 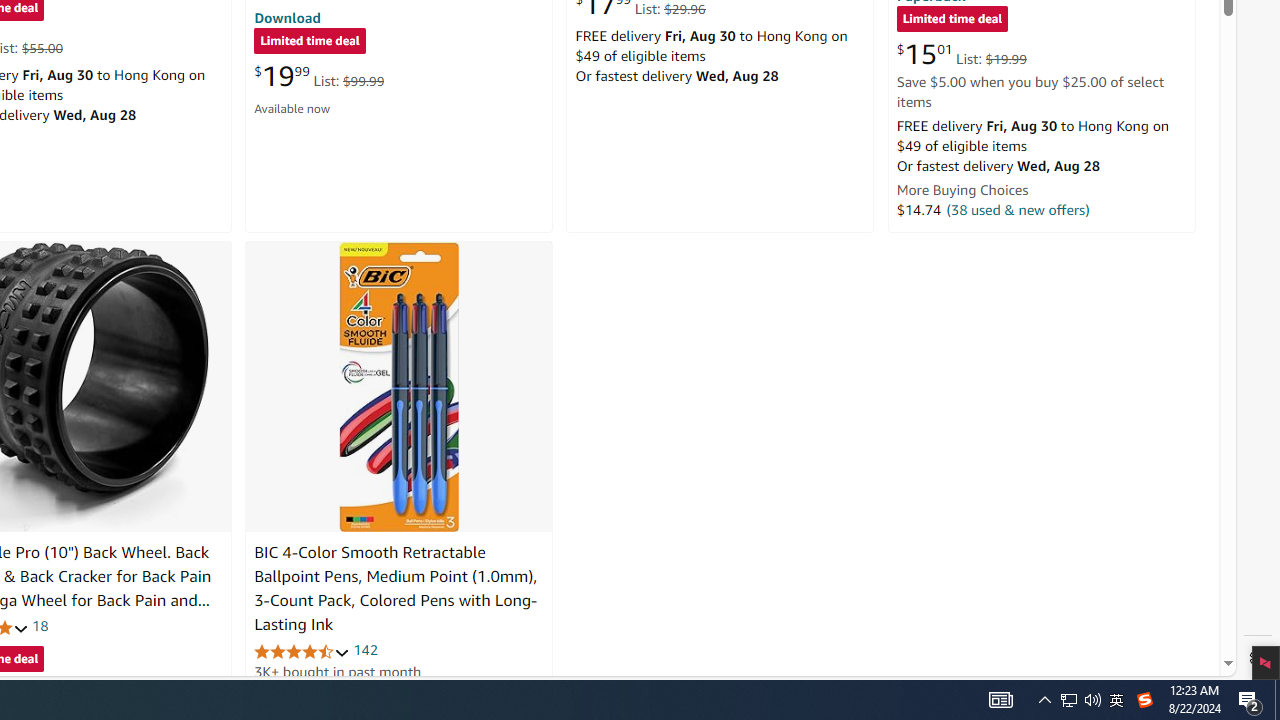 What do you see at coordinates (301, 651) in the screenshot?
I see `'4.6 out of 5 stars'` at bounding box center [301, 651].